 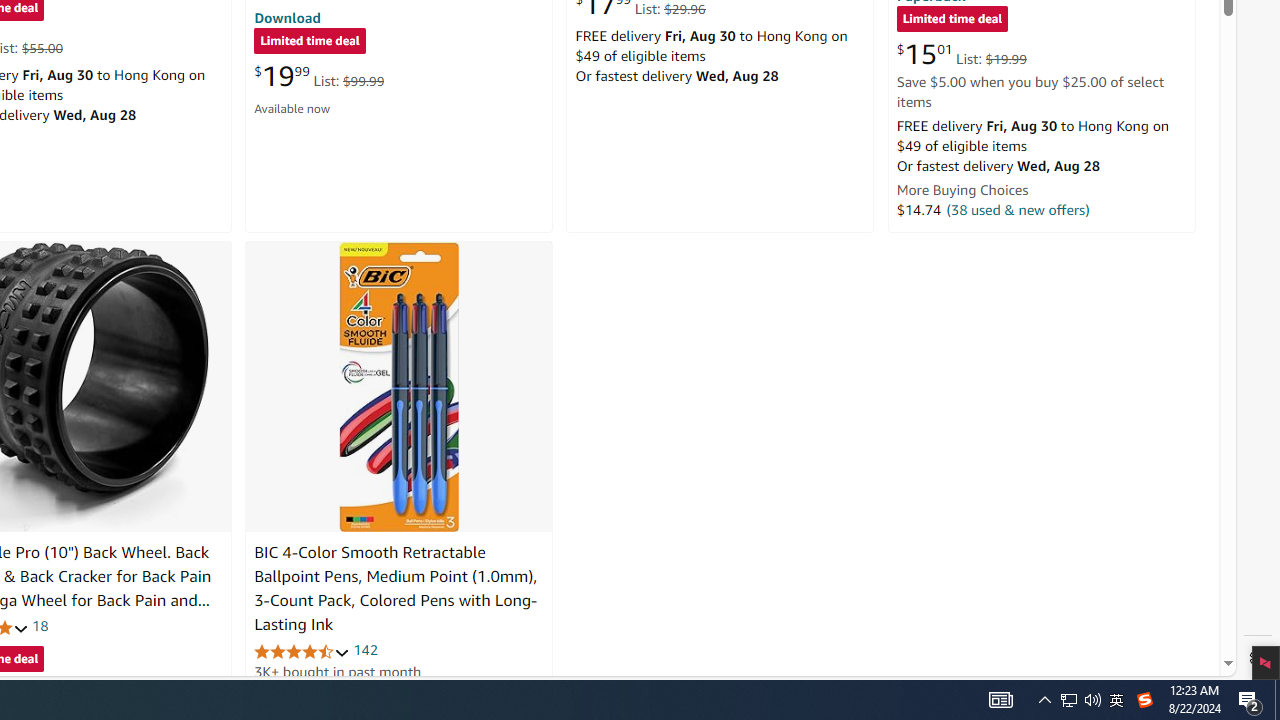 What do you see at coordinates (301, 651) in the screenshot?
I see `'4.6 out of 5 stars'` at bounding box center [301, 651].